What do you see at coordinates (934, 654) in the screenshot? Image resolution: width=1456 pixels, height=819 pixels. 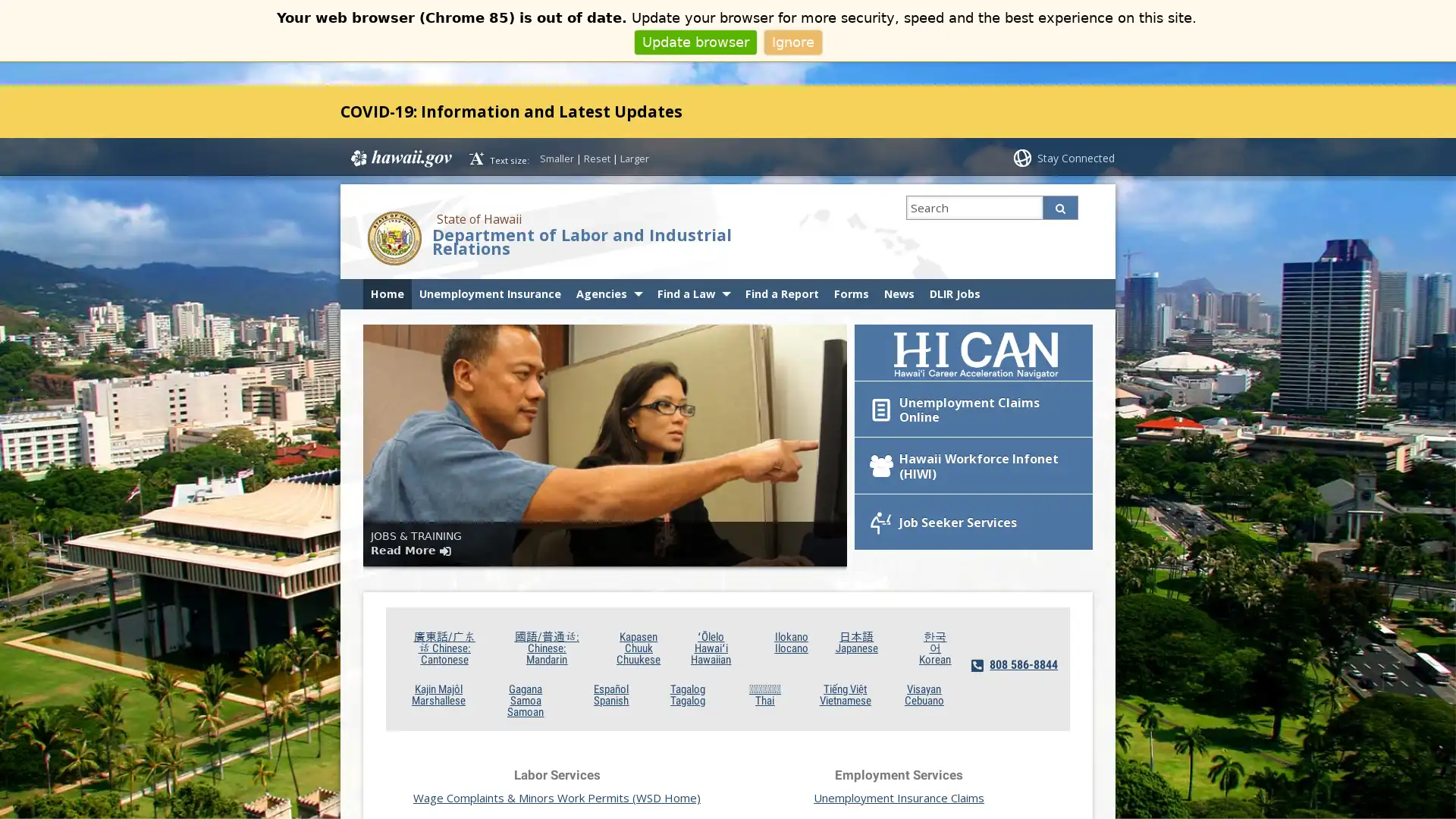 I see `Korean` at bounding box center [934, 654].